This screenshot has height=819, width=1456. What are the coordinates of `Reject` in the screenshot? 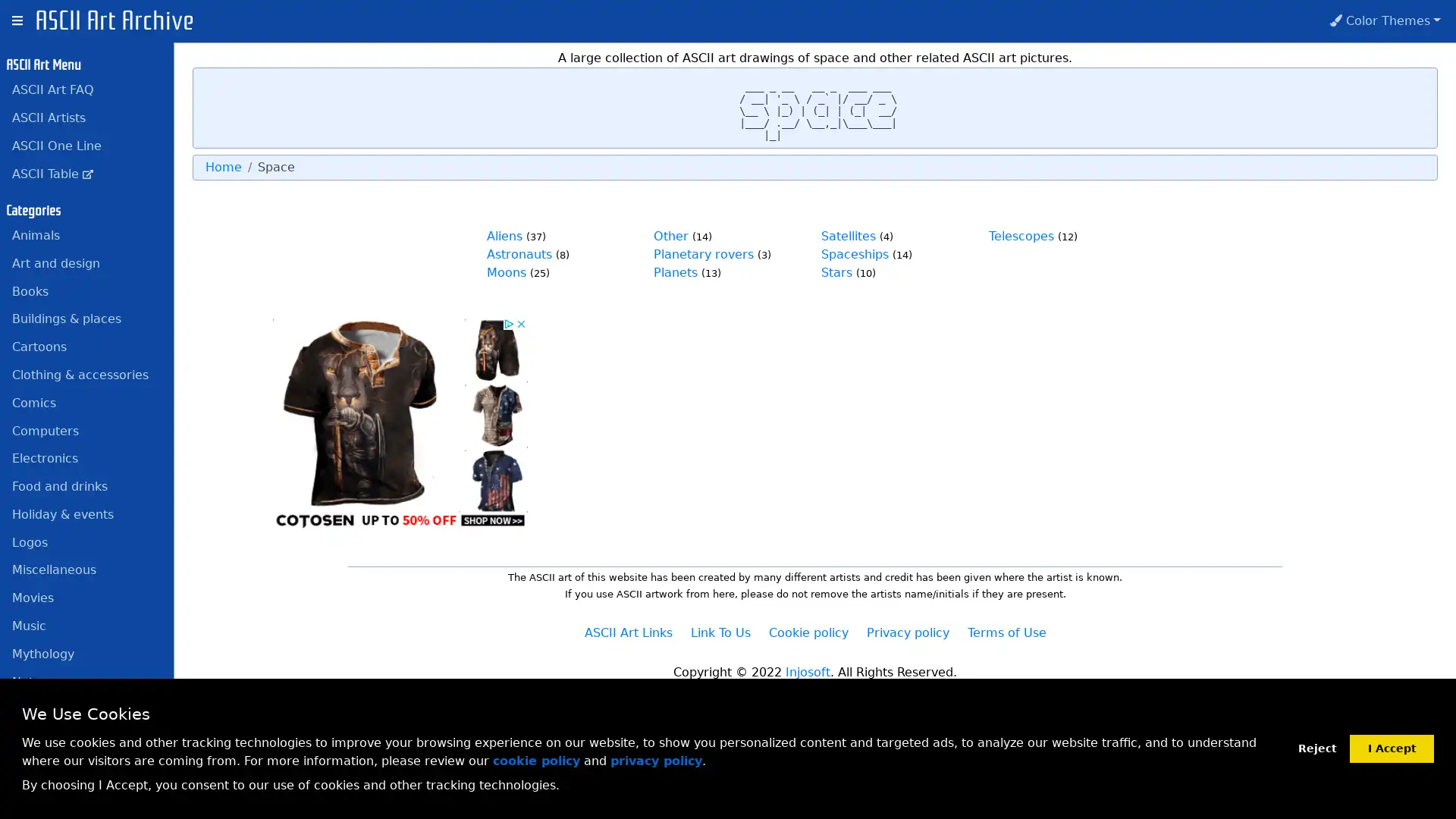 It's located at (1316, 748).